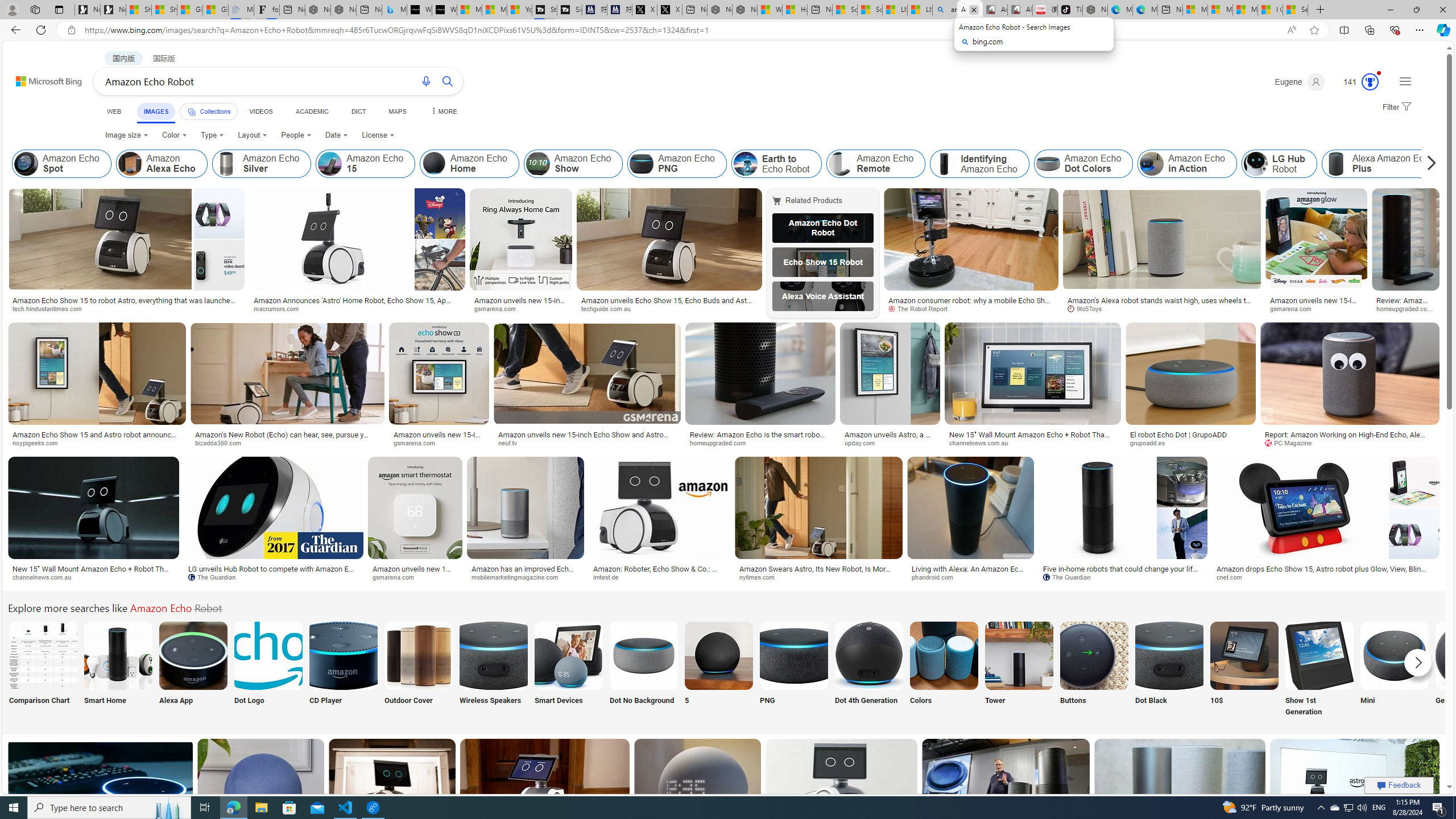 This screenshot has width=1456, height=819. Describe the element at coordinates (192, 669) in the screenshot. I see `'Alexa App. Amazon Echo Alexa App'` at that location.